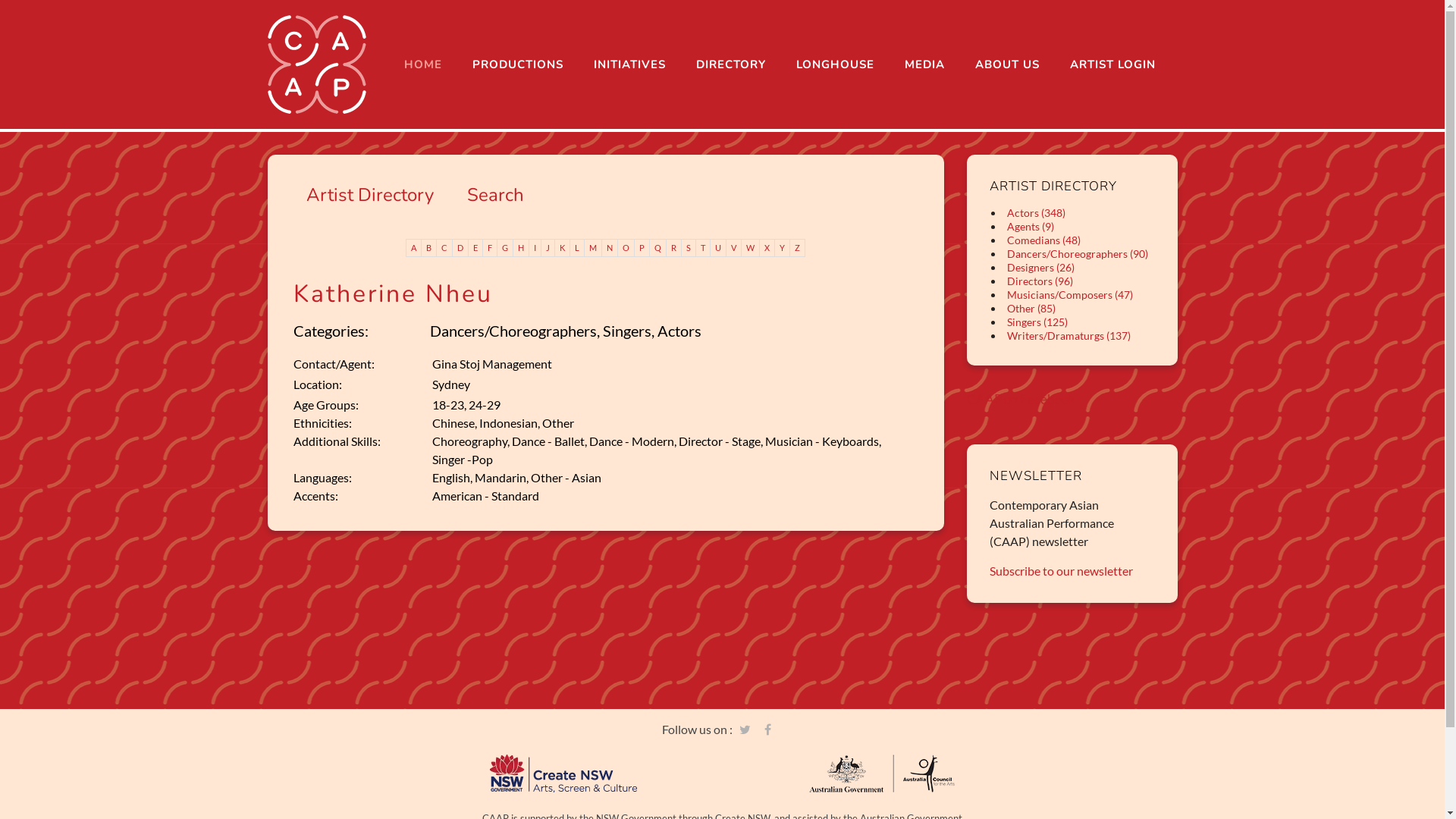 The height and width of the screenshot is (819, 1456). What do you see at coordinates (460, 247) in the screenshot?
I see `'D'` at bounding box center [460, 247].